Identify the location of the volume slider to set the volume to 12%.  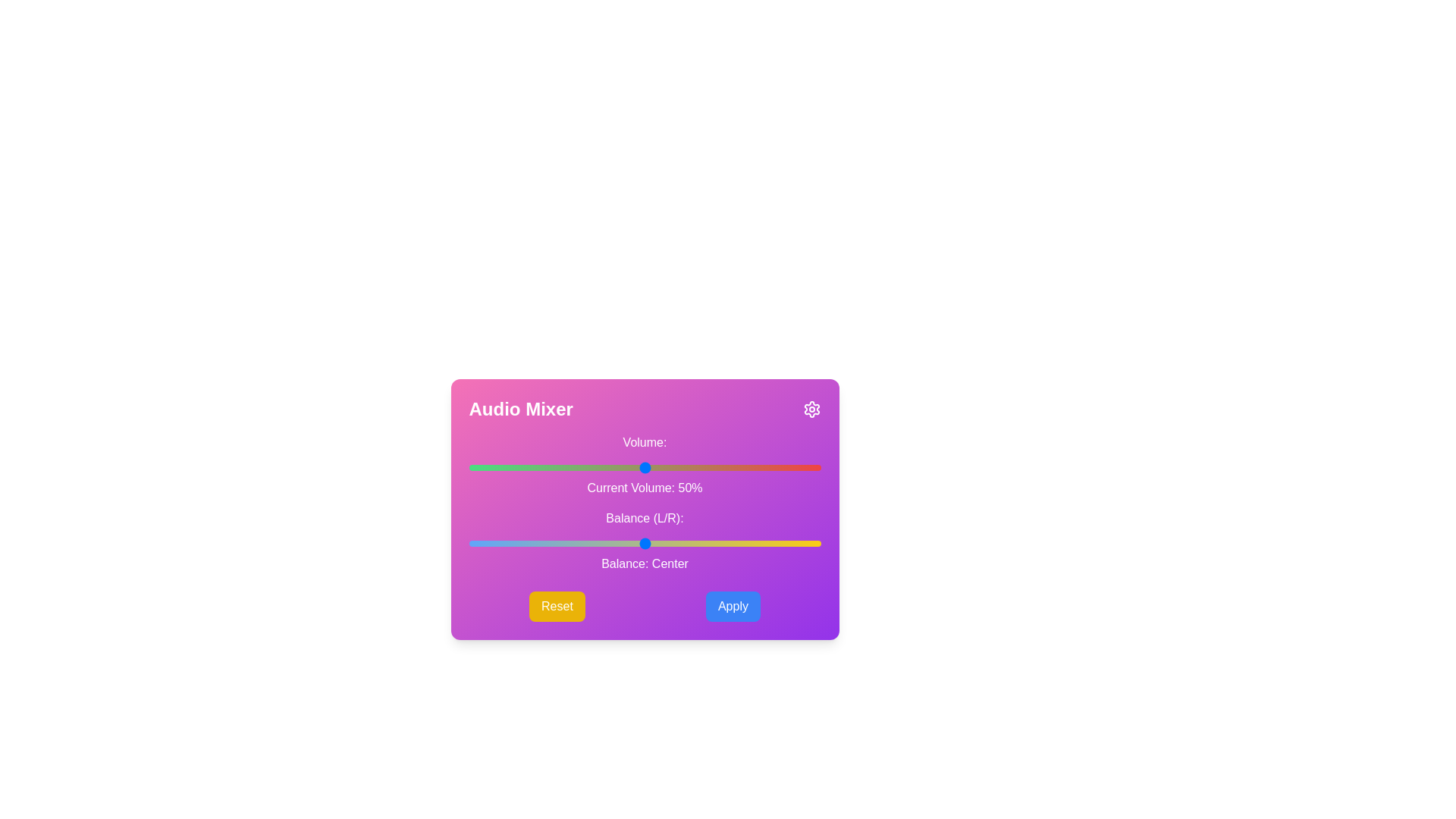
(511, 467).